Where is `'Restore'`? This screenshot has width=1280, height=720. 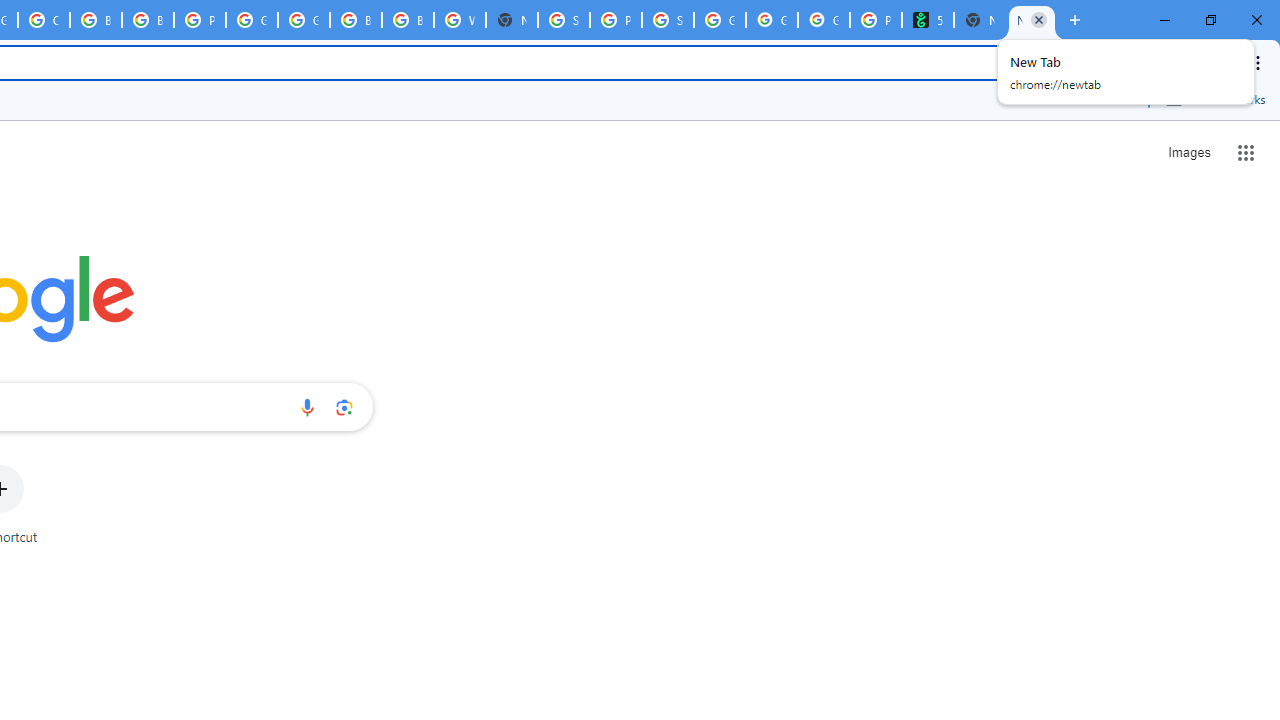
'Restore' is located at coordinates (1209, 20).